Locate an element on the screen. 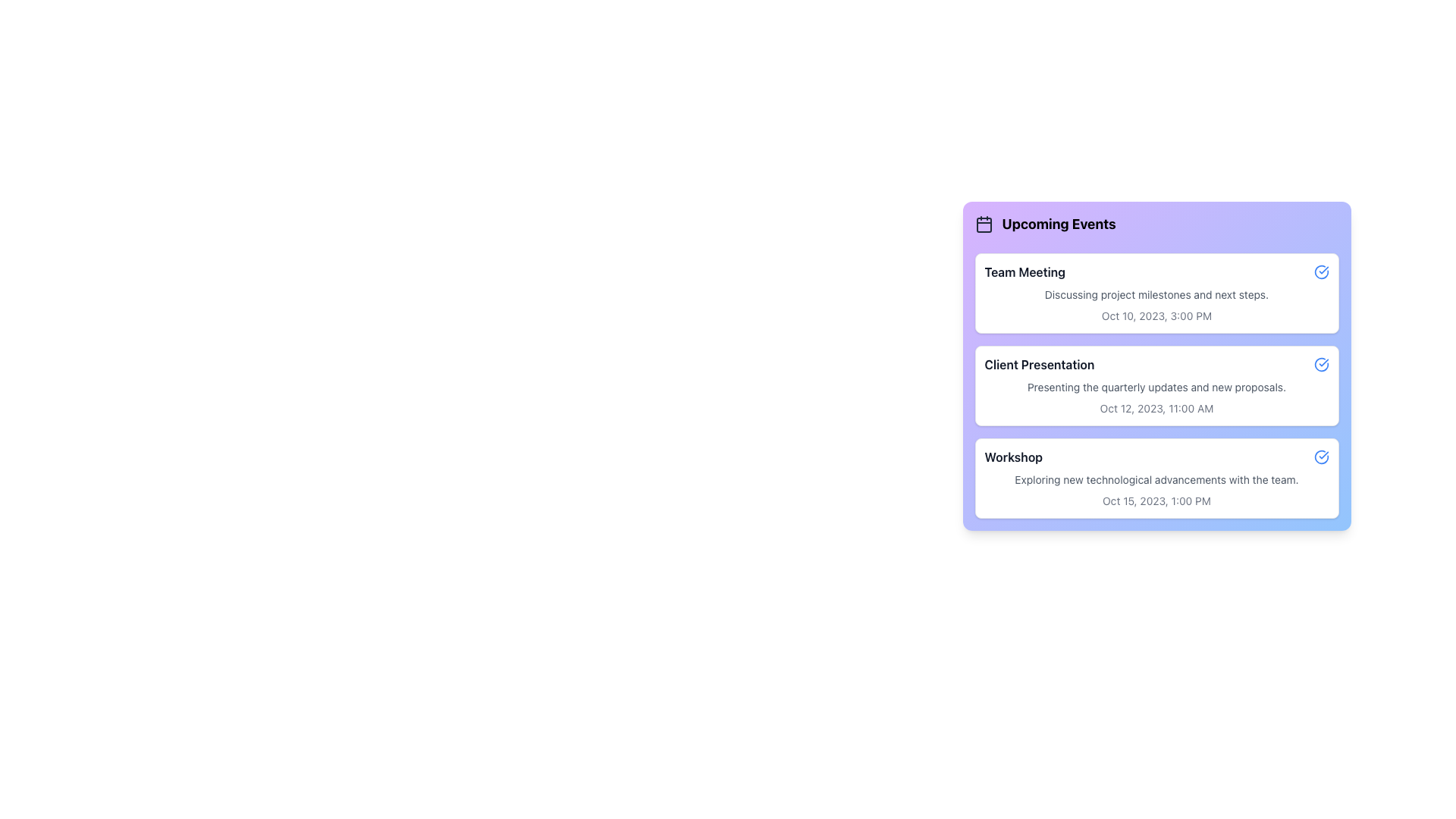 The width and height of the screenshot is (1456, 819). the Text label displaying the date of the 'Workshop' event, located in the third item of the vertical list of upcoming events, to the left of '1:00 PM' is located at coordinates (1134, 500).